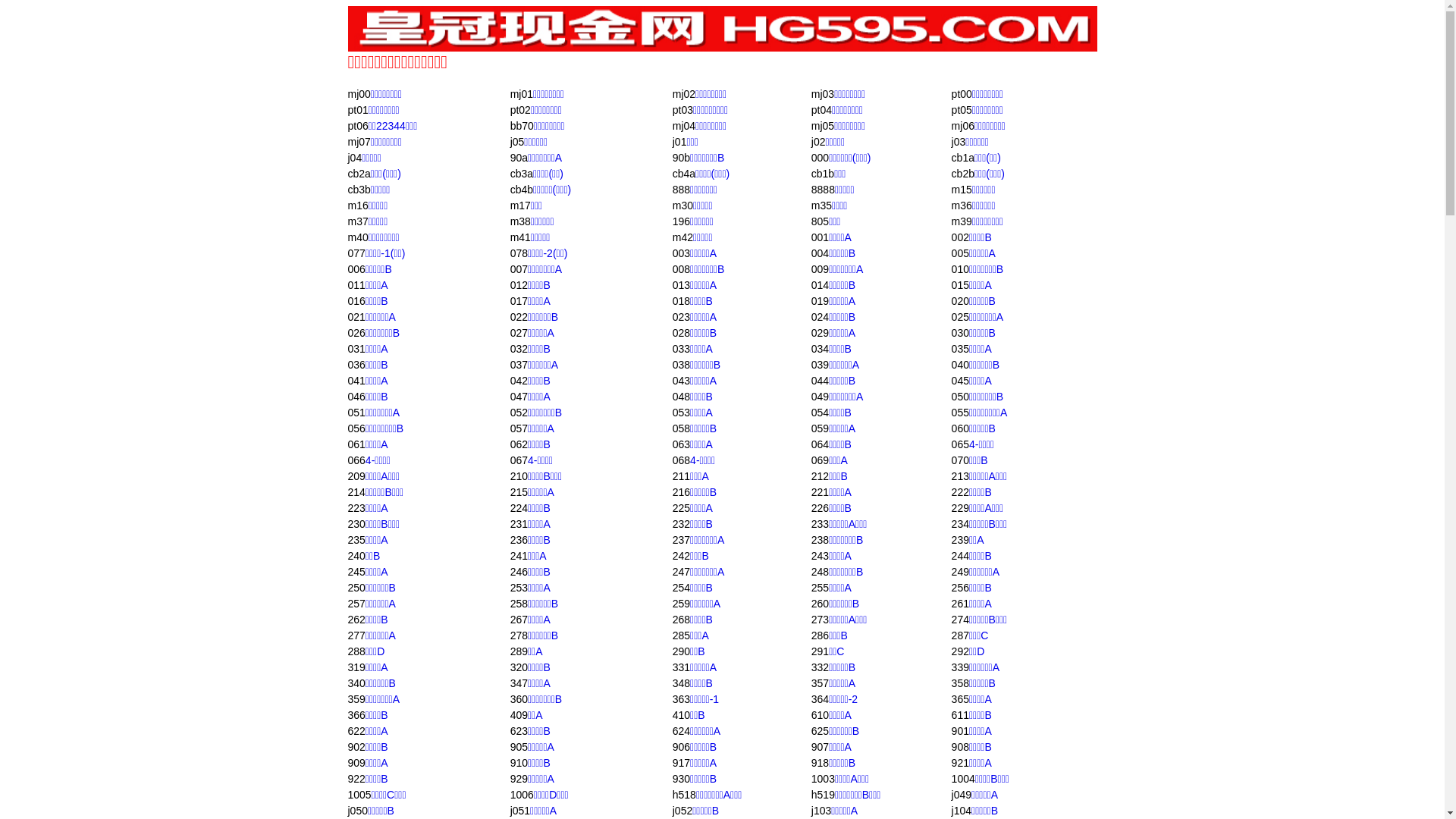 The image size is (1456, 819). Describe the element at coordinates (680, 491) in the screenshot. I see `'216'` at that location.